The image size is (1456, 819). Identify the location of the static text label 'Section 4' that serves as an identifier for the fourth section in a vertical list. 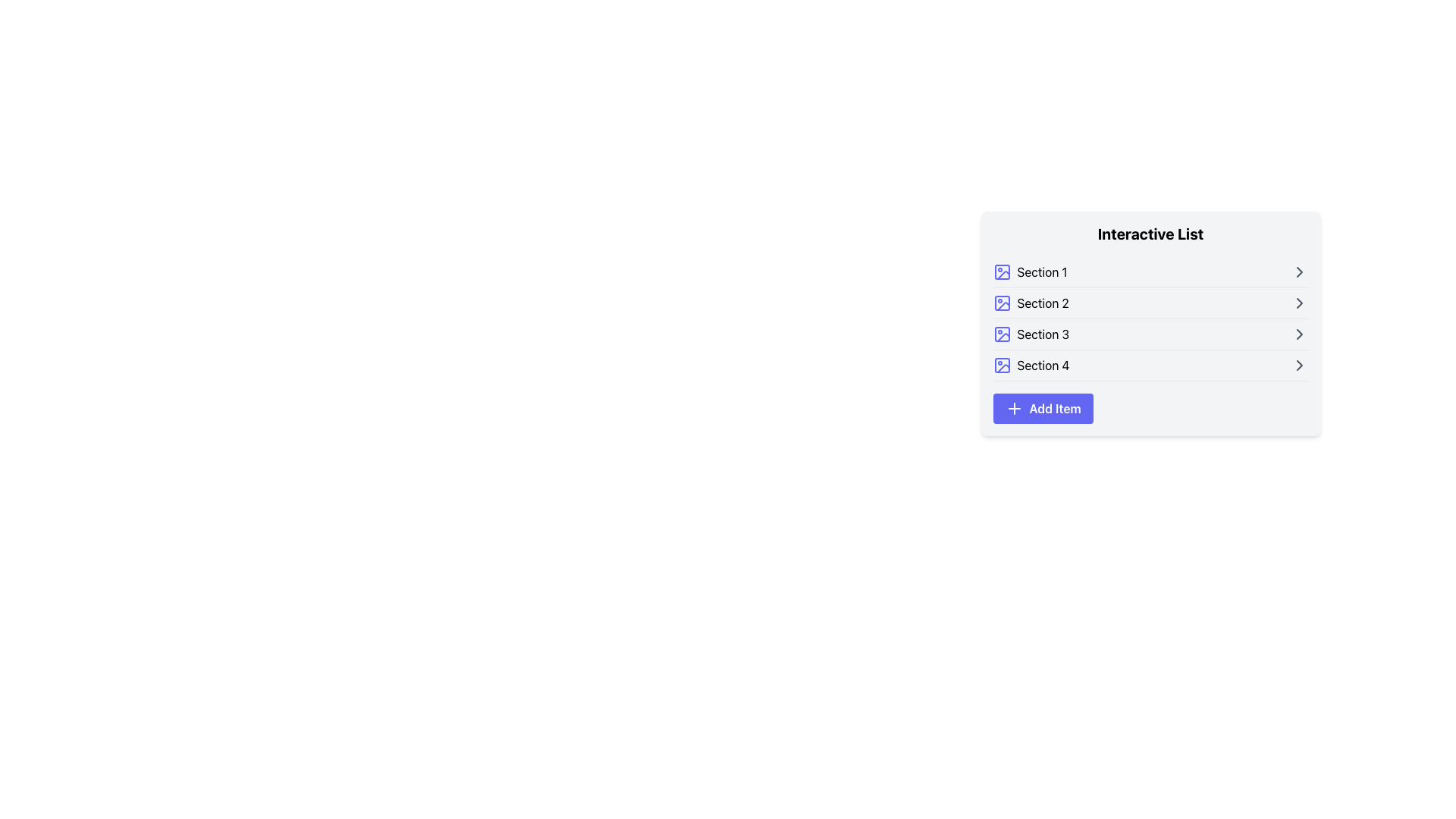
(1043, 366).